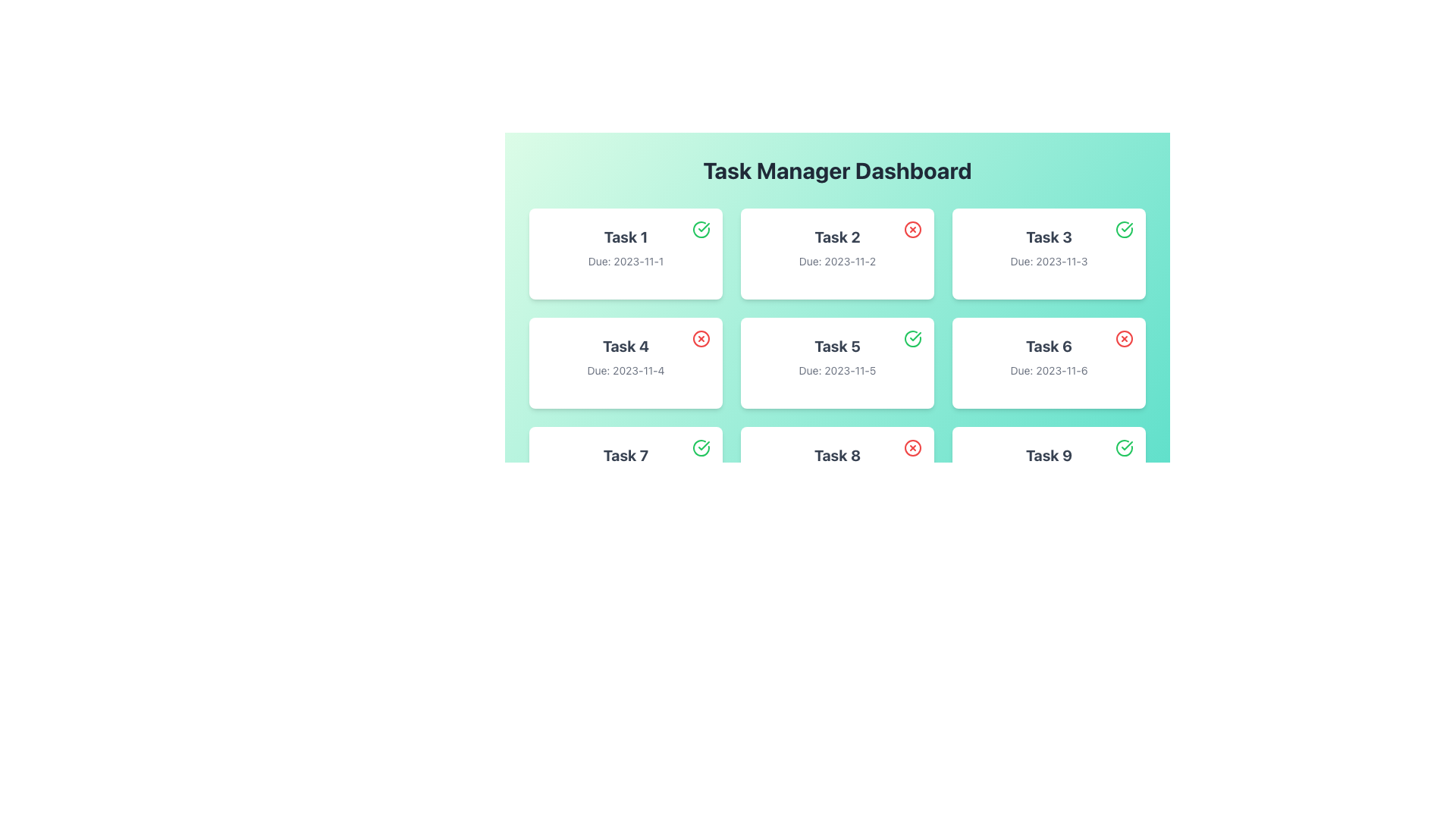  I want to click on the text label displaying the title 'Task 5' in bold, centrally aligned within its card, positioned above the due date text, so click(836, 346).